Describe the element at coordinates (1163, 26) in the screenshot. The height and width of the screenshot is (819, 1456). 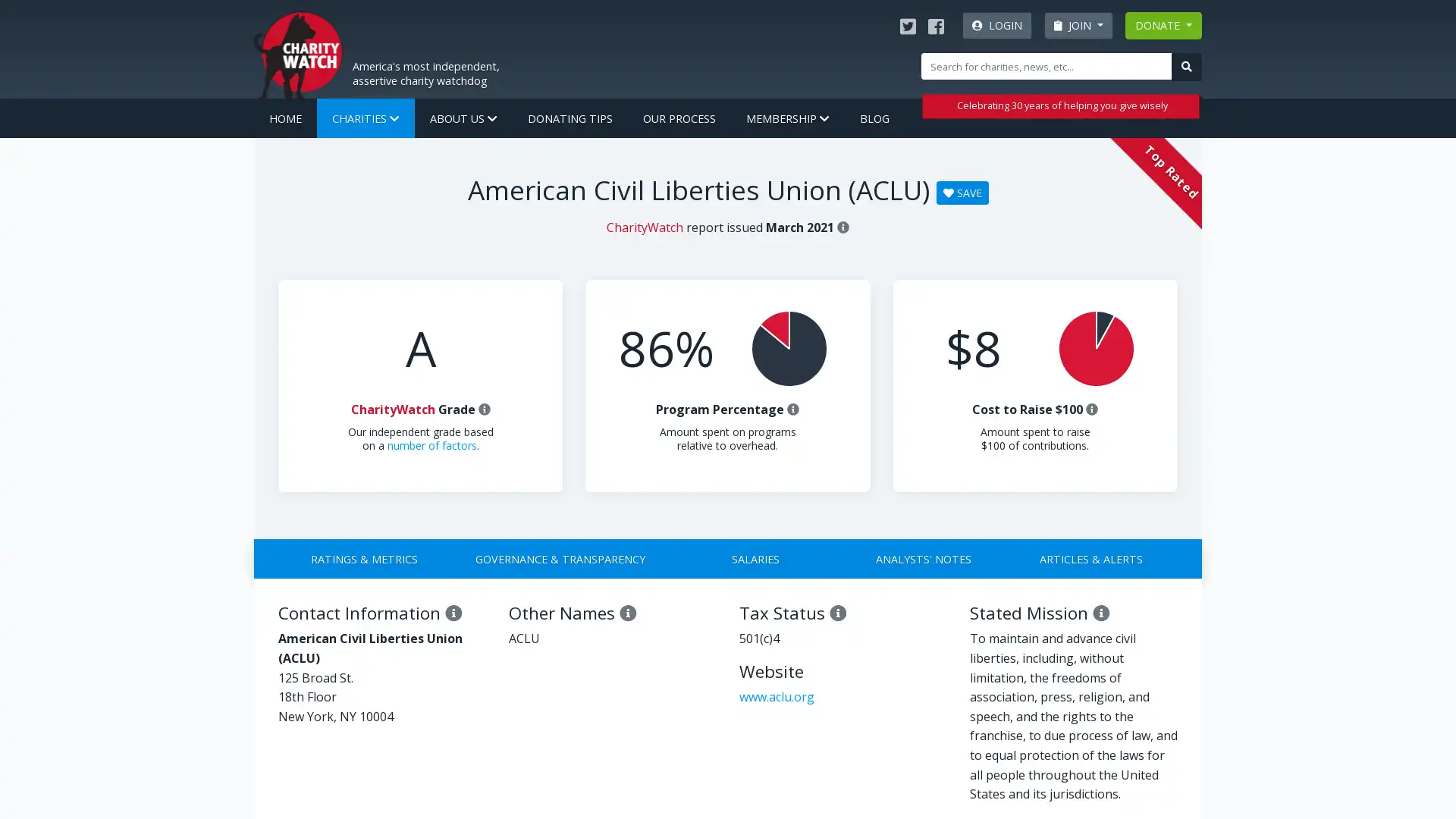
I see `DONATE` at that location.